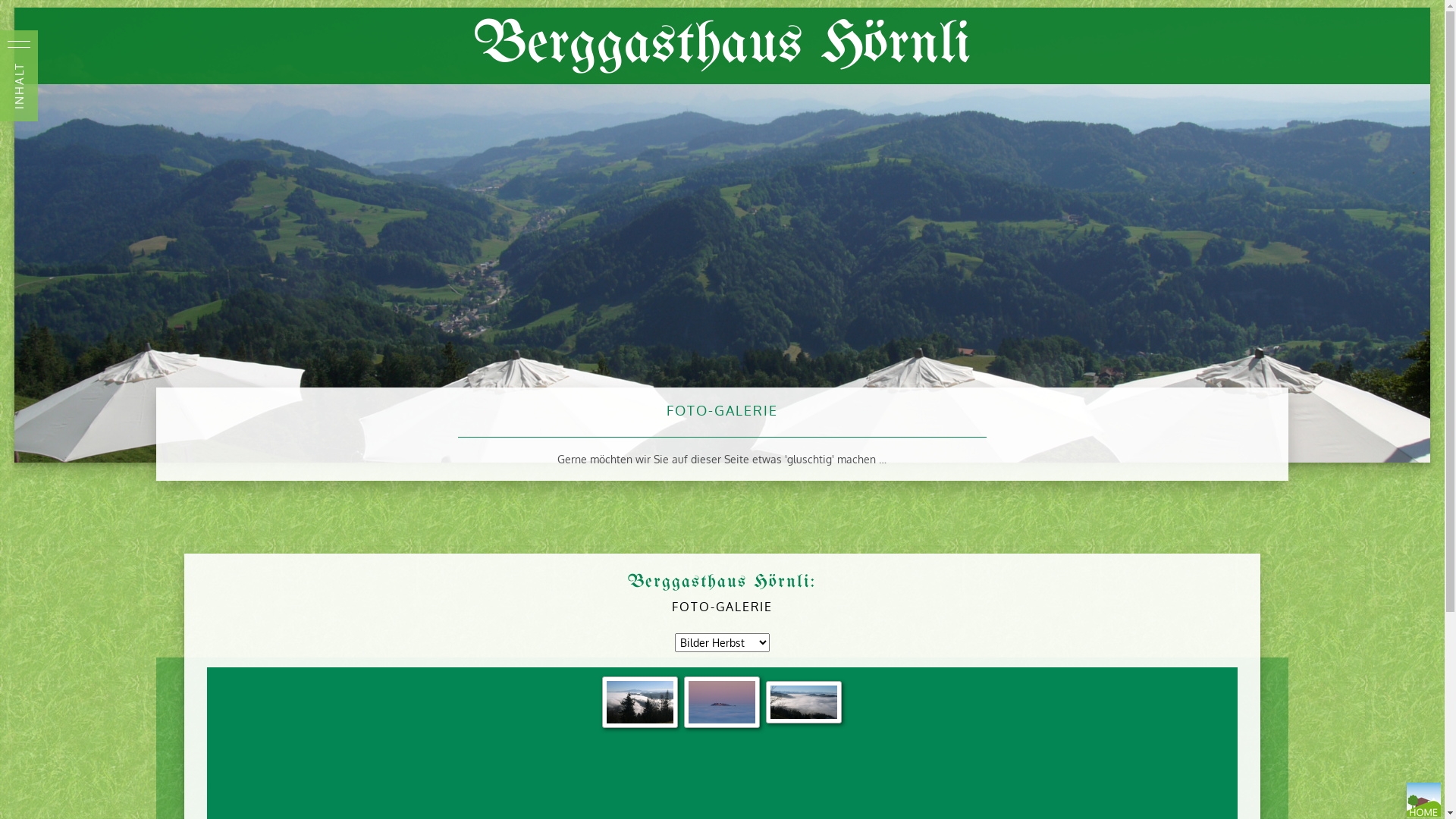 The width and height of the screenshot is (1456, 819). I want to click on 'Bild gross ansehen', so click(720, 701).